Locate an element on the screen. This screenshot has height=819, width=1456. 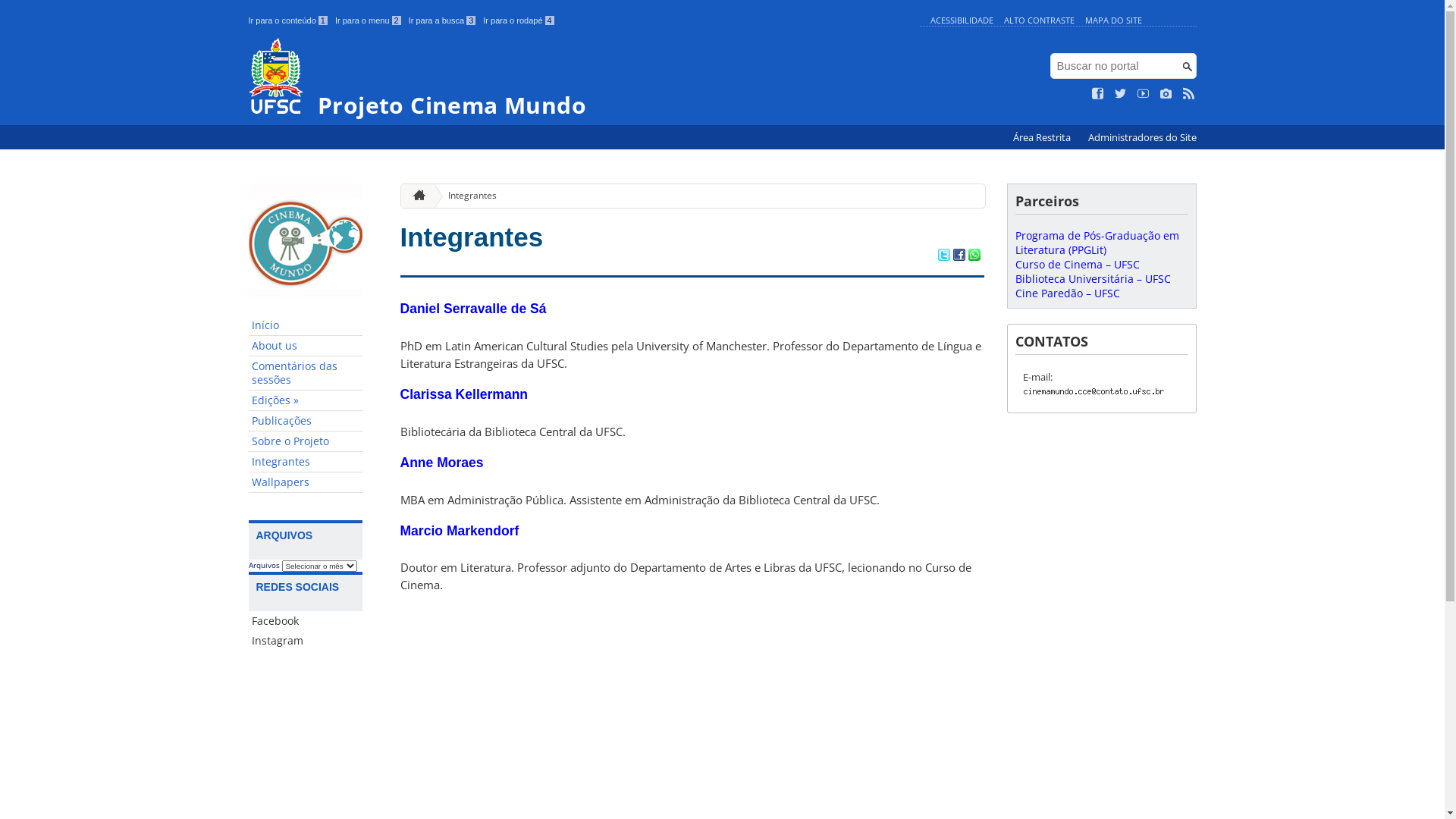
'About us' is located at coordinates (305, 346).